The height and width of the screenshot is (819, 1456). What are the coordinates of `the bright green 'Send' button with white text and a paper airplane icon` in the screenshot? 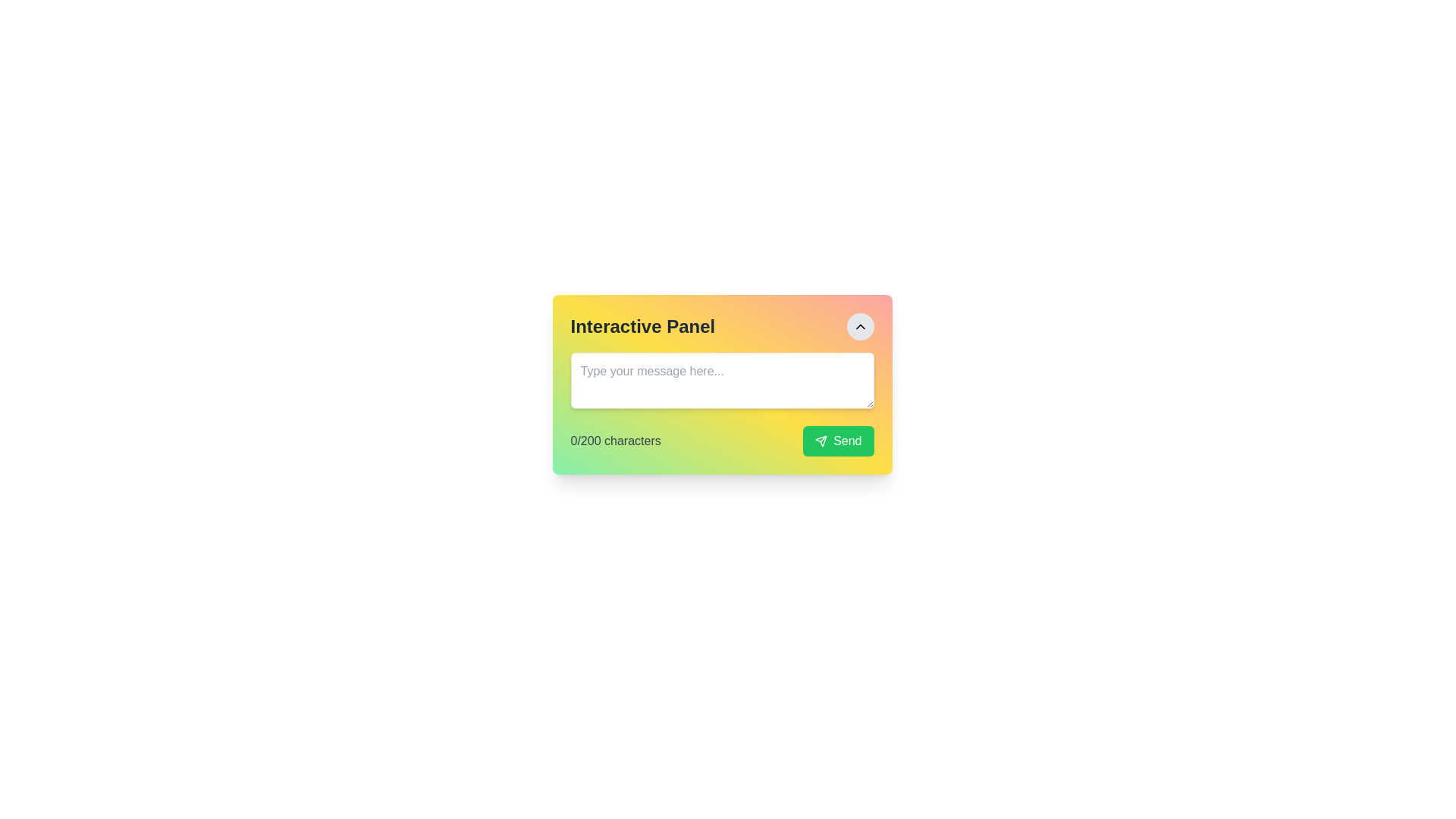 It's located at (837, 441).